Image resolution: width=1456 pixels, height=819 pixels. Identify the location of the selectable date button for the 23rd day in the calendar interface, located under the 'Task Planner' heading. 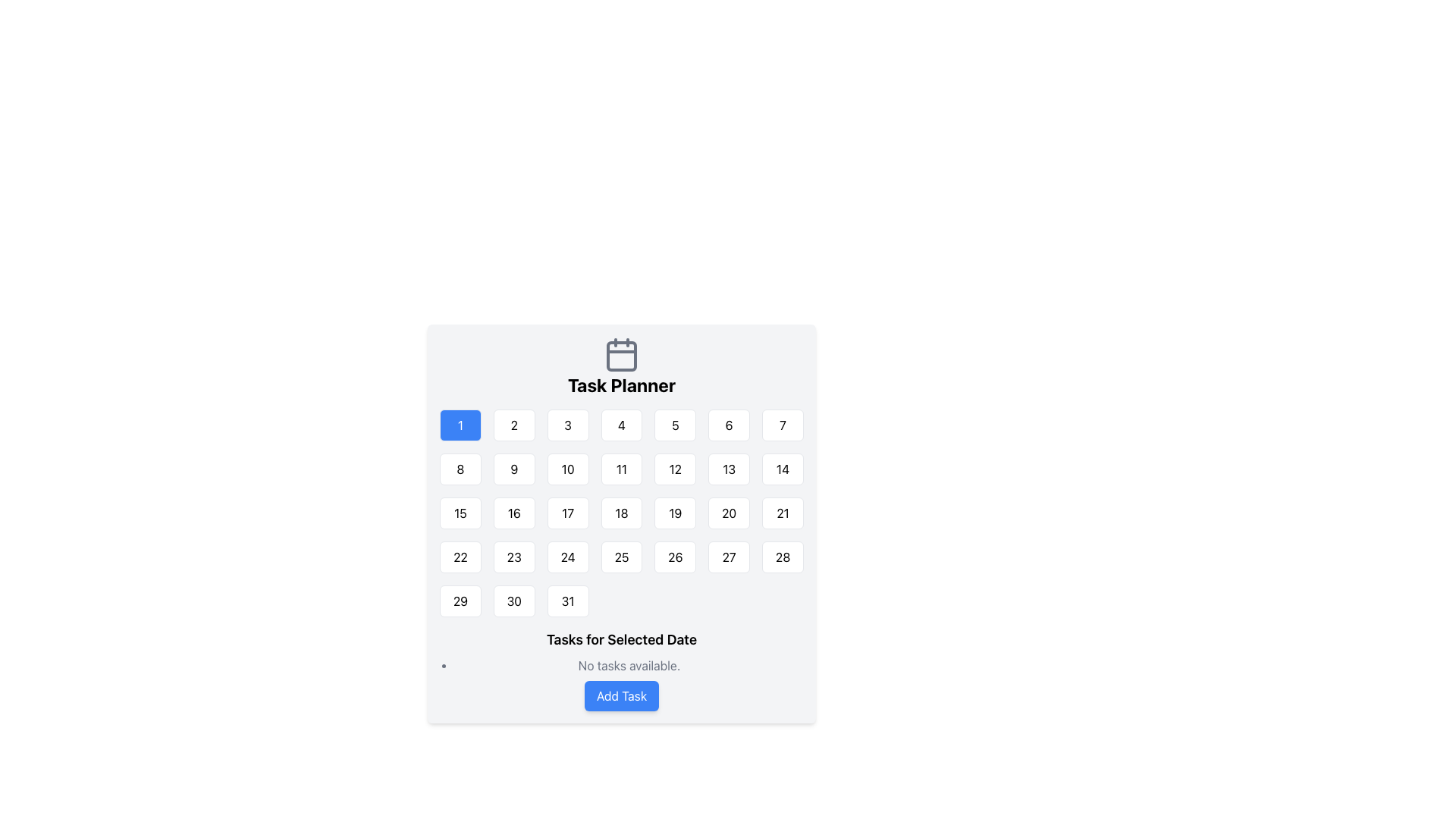
(514, 557).